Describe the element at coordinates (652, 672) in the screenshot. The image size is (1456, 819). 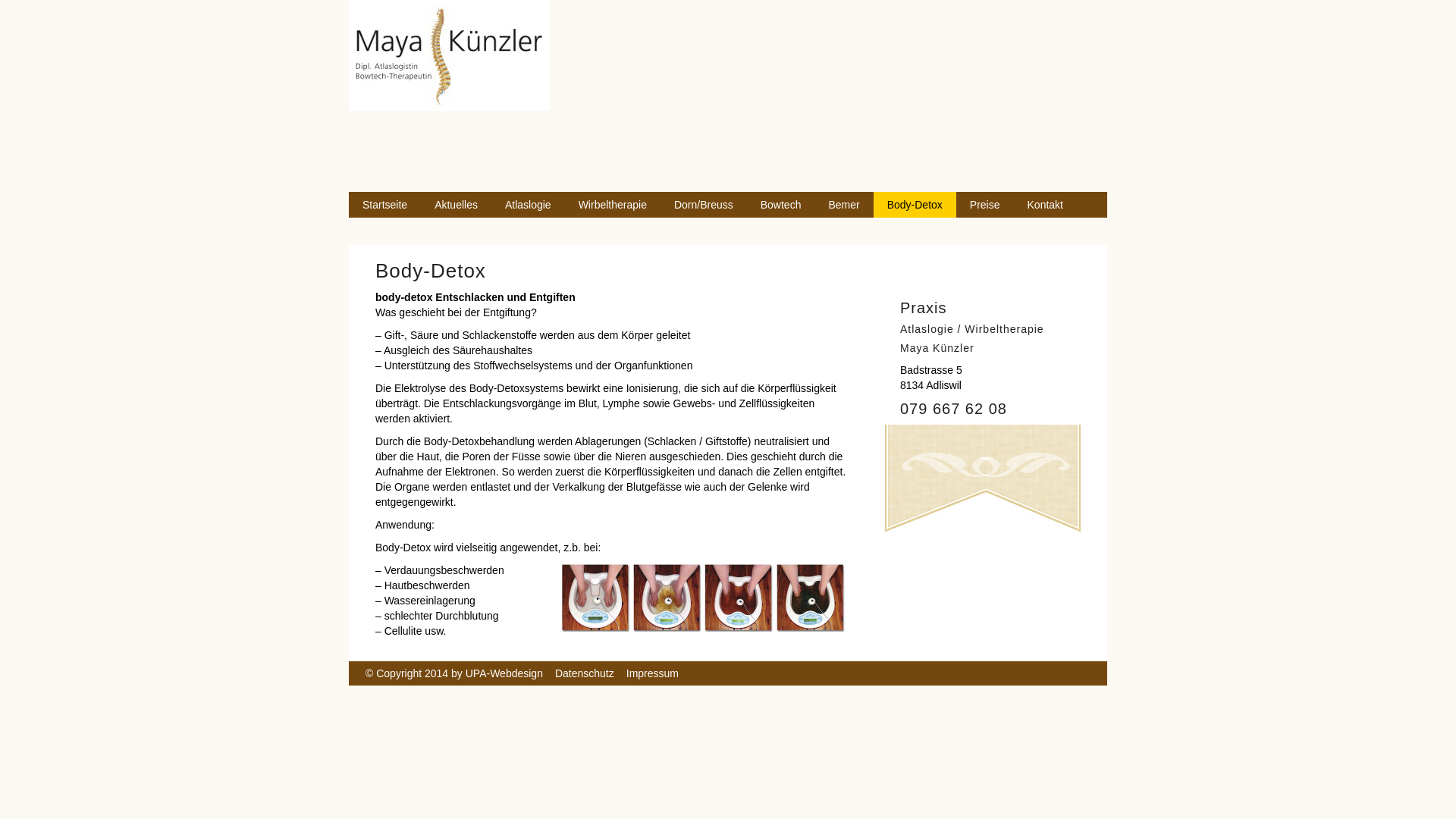
I see `'Impressum'` at that location.